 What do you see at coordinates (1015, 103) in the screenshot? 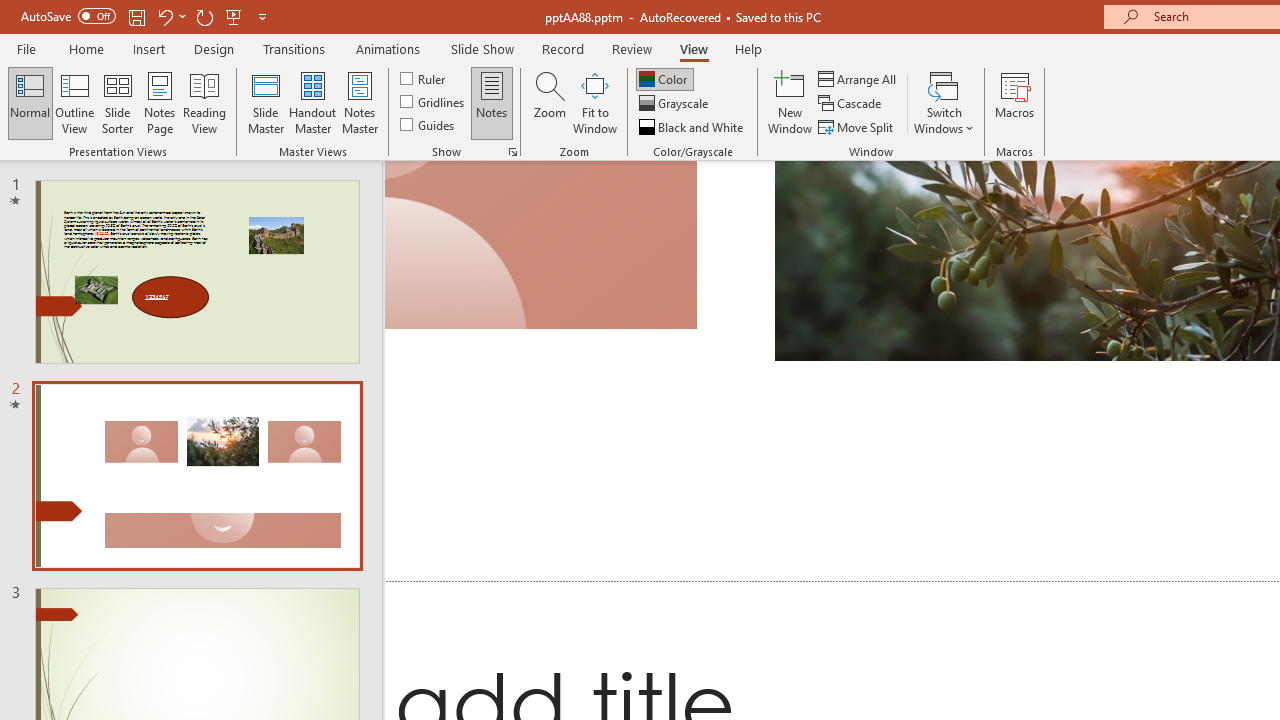
I see `'Macros'` at bounding box center [1015, 103].